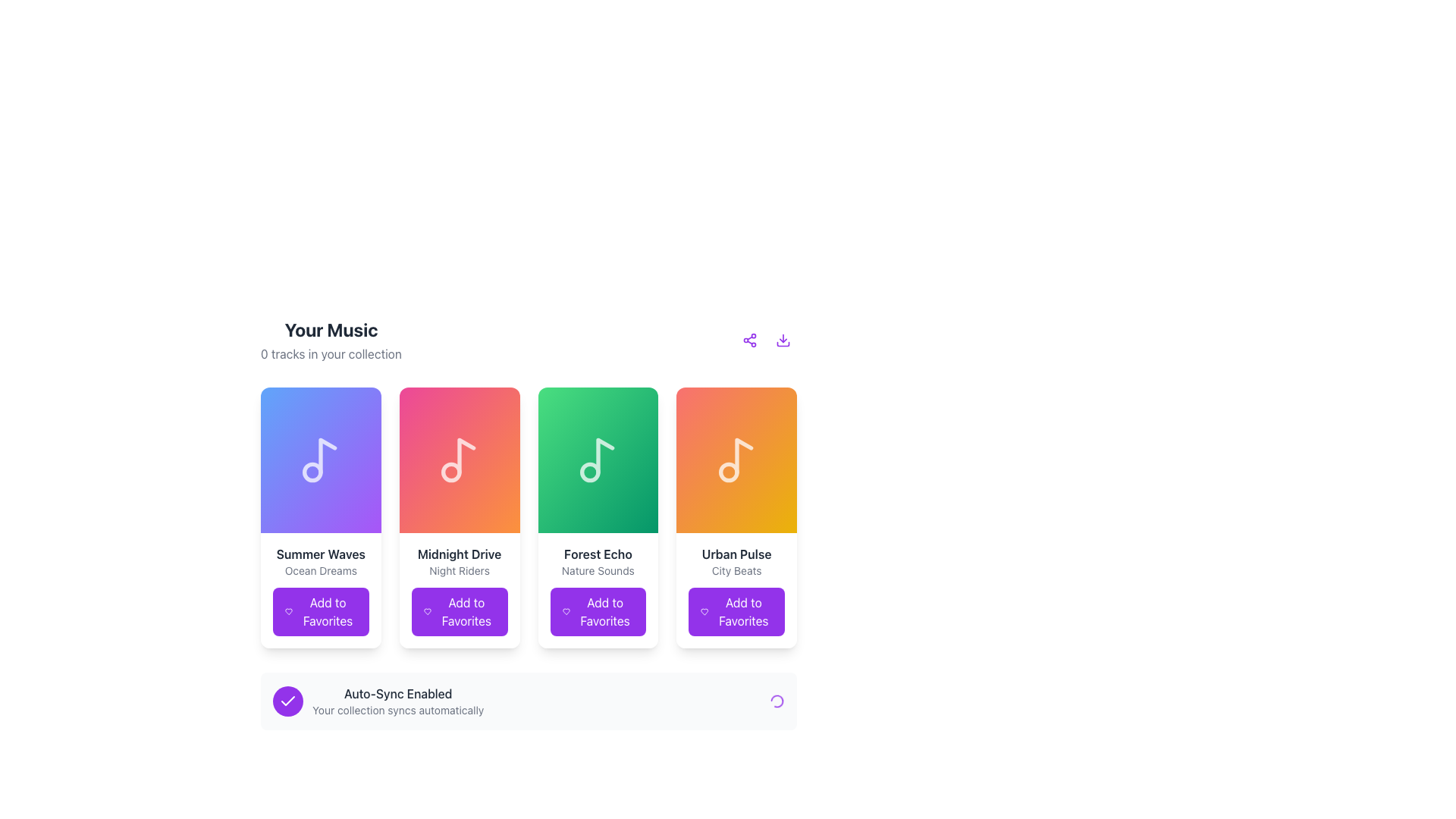 The height and width of the screenshot is (819, 1456). What do you see at coordinates (736, 570) in the screenshot?
I see `the static text label positioned within the 'Urban Pulse' card, located directly beneath the main title and above the 'Add to Favorites' button` at bounding box center [736, 570].